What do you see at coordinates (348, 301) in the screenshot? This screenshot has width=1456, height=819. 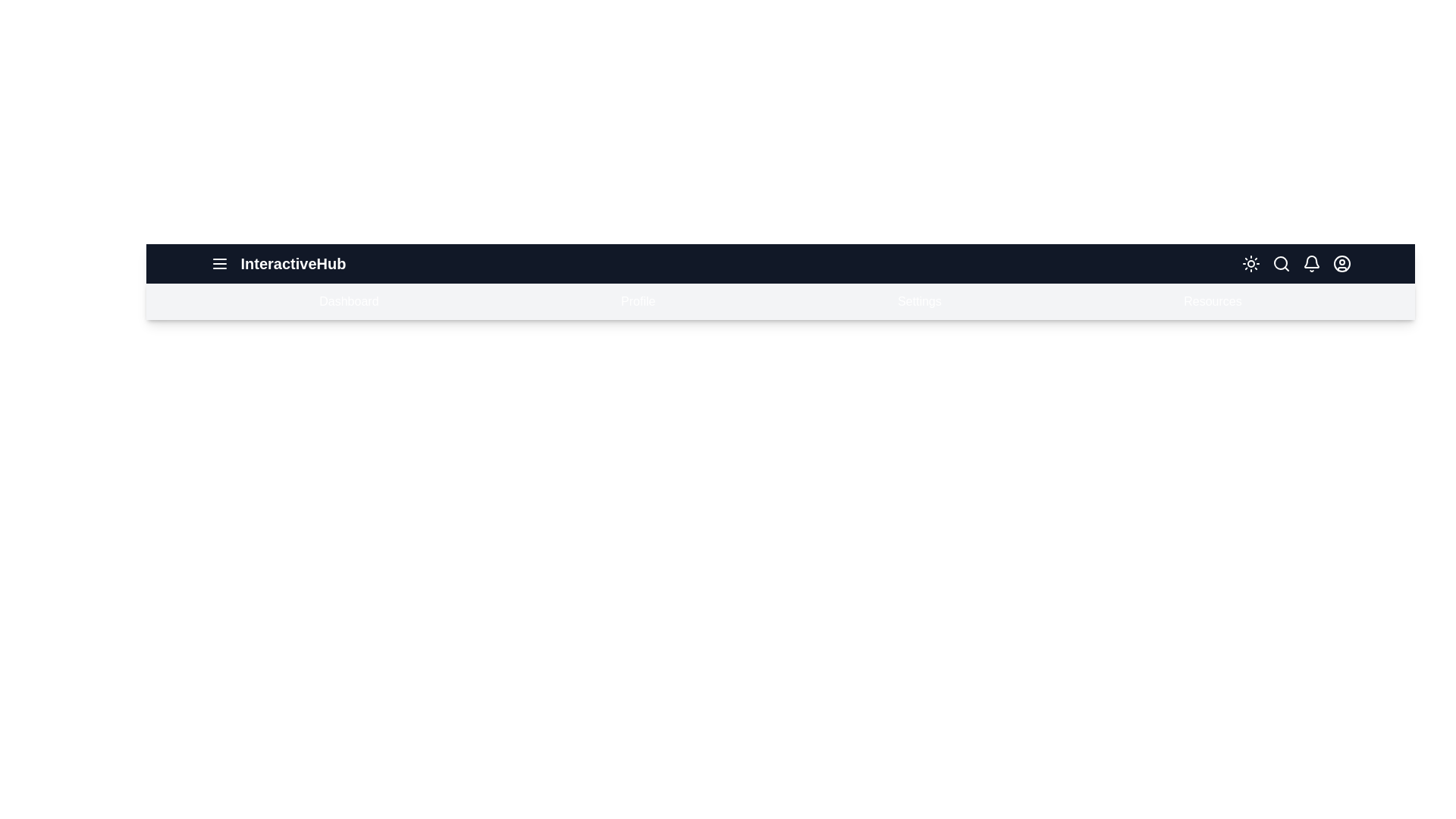 I see `the Dashboard navigation link` at bounding box center [348, 301].